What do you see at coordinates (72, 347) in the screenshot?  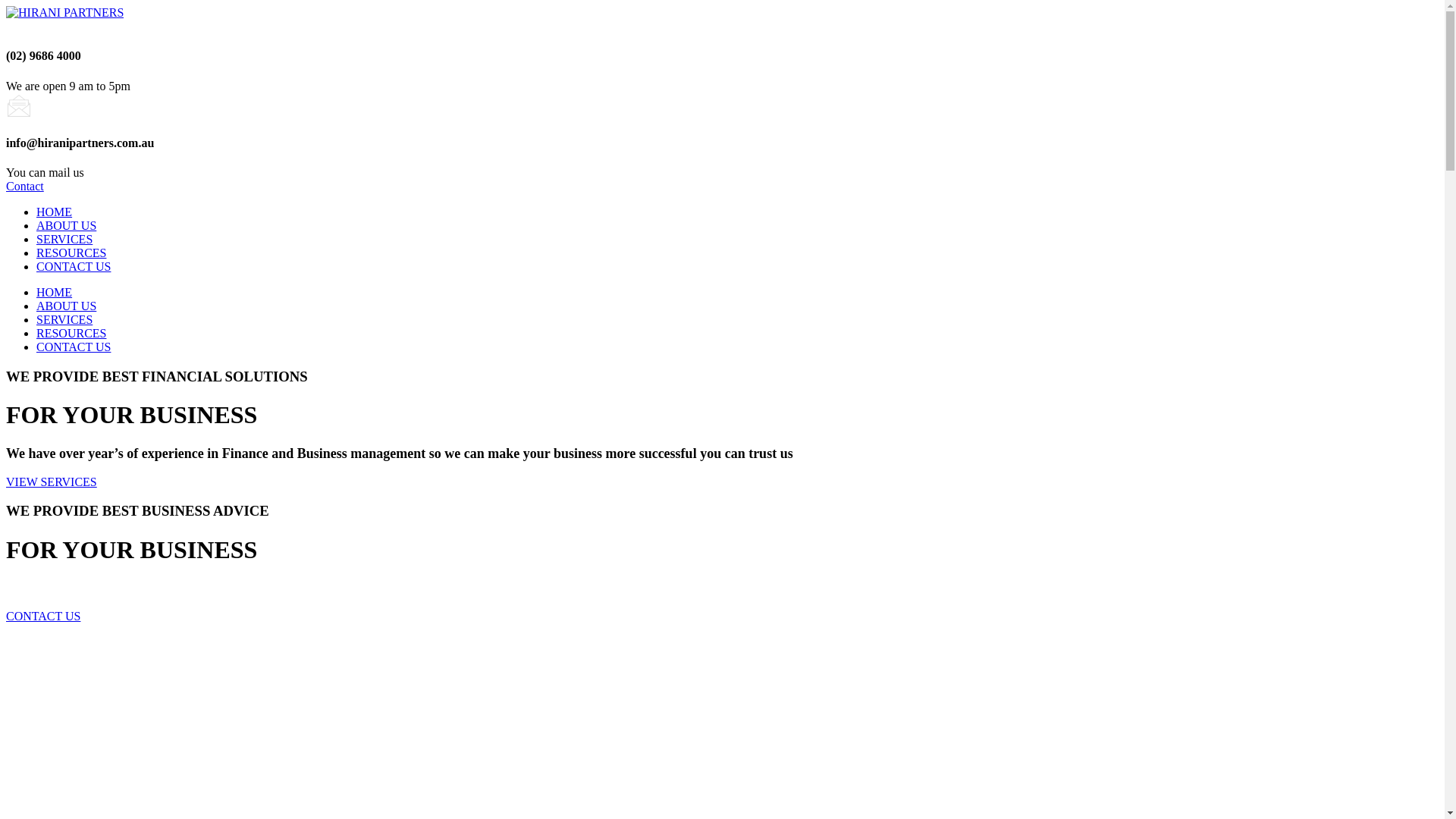 I see `'CONTACT US'` at bounding box center [72, 347].